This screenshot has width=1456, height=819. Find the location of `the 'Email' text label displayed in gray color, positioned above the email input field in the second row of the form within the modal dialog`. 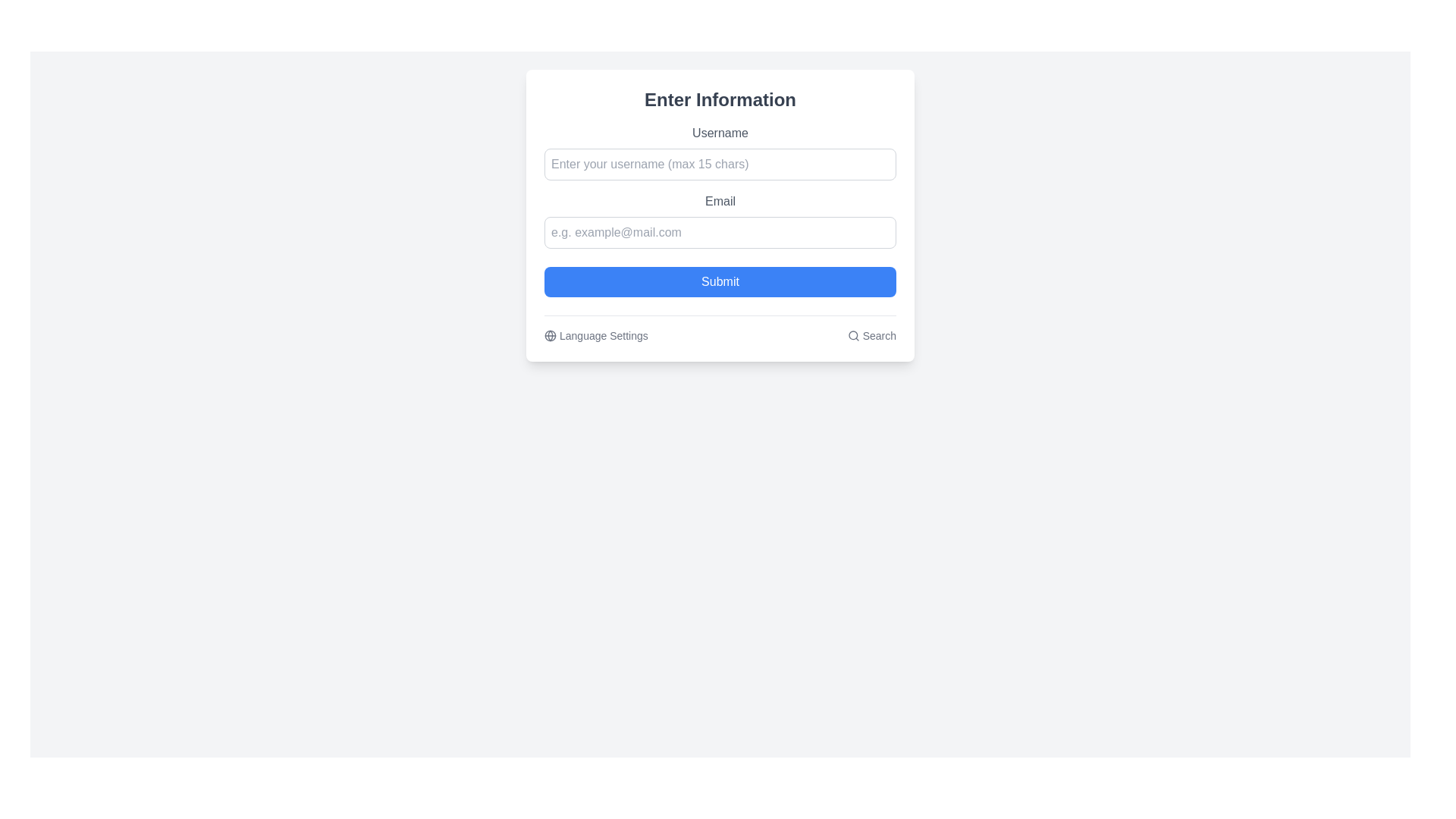

the 'Email' text label displayed in gray color, positioned above the email input field in the second row of the form within the modal dialog is located at coordinates (720, 201).